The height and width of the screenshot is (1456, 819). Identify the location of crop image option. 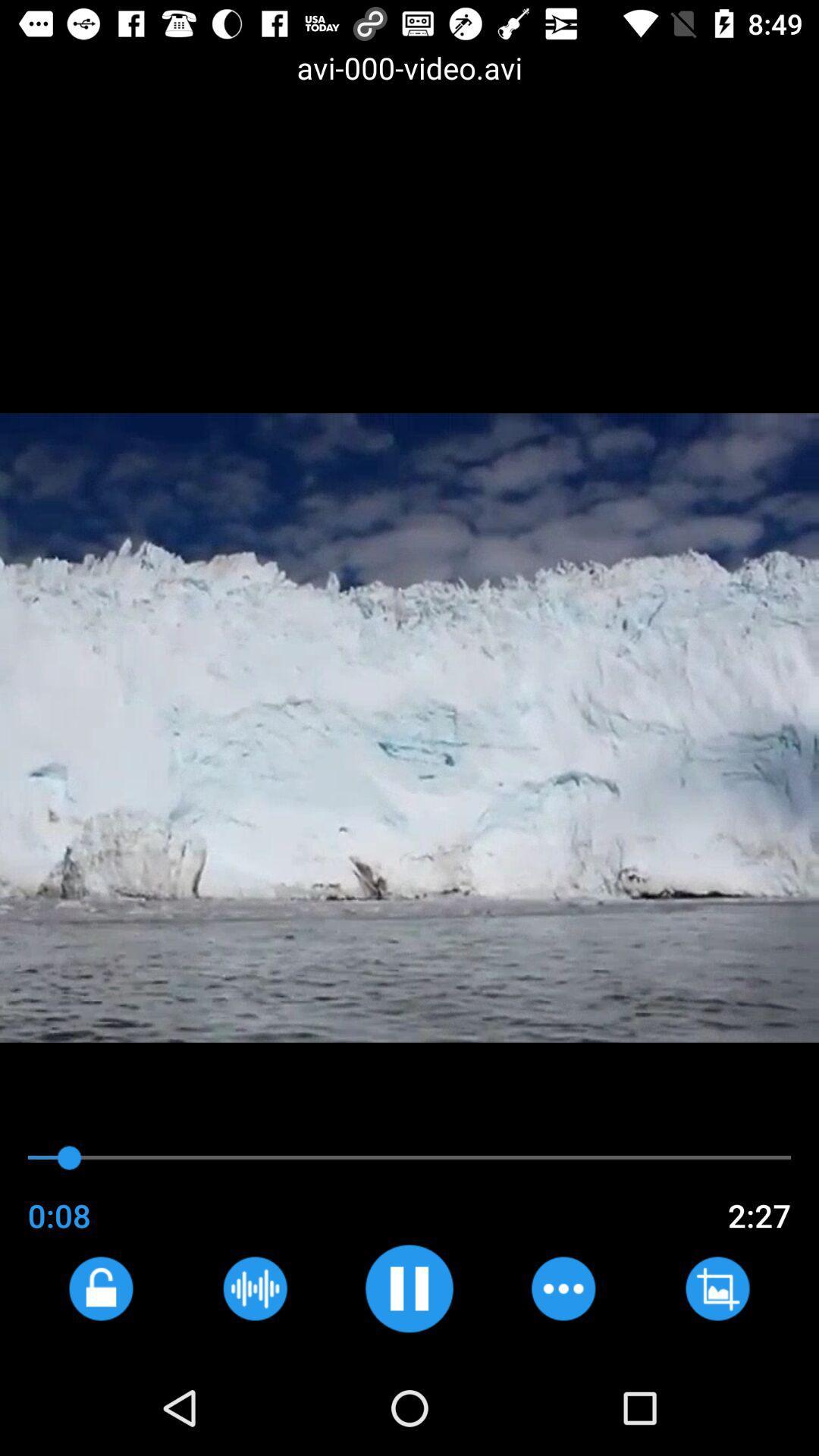
(717, 1288).